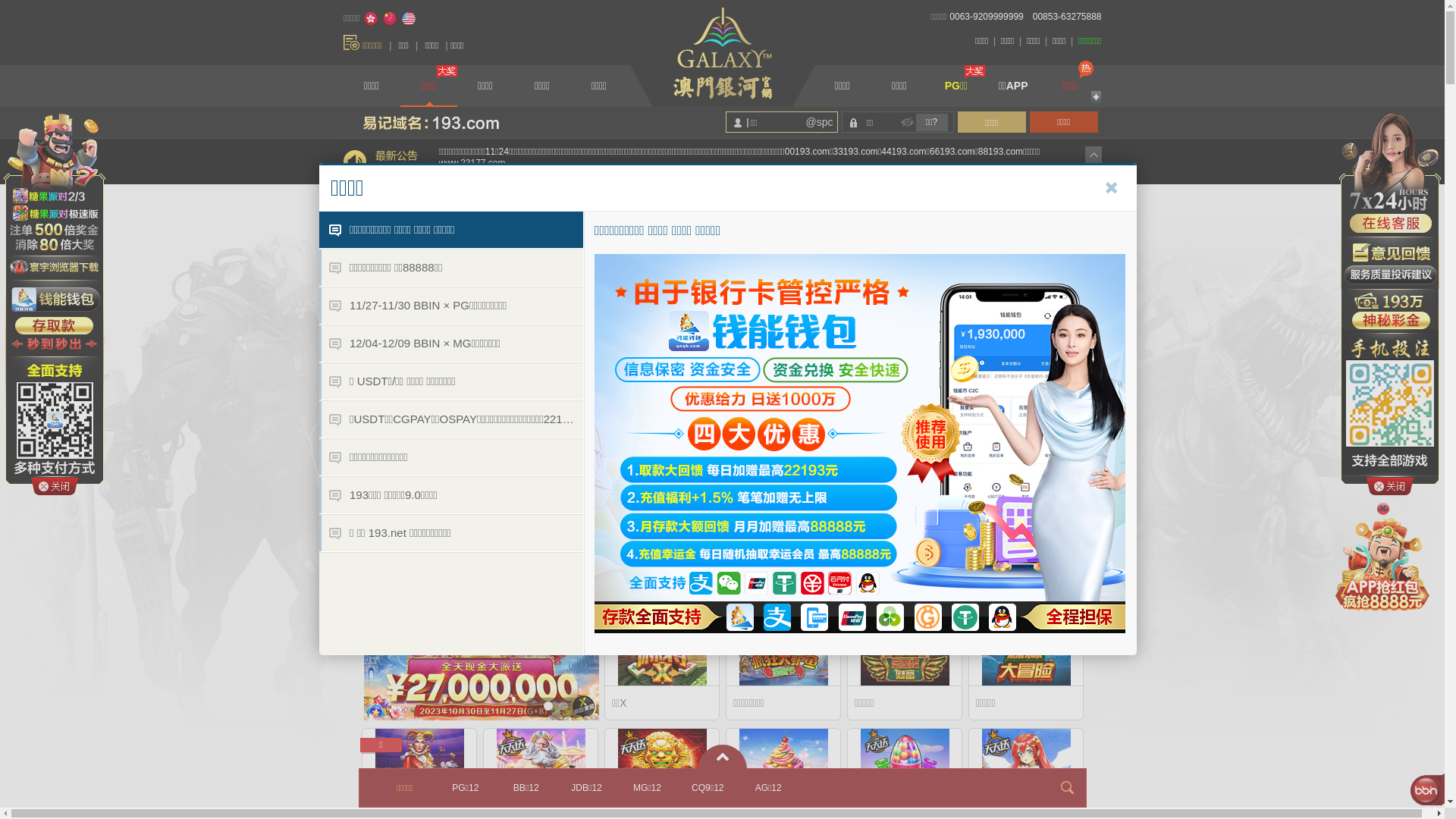 This screenshot has width=1456, height=819. What do you see at coordinates (408, 18) in the screenshot?
I see `'English'` at bounding box center [408, 18].